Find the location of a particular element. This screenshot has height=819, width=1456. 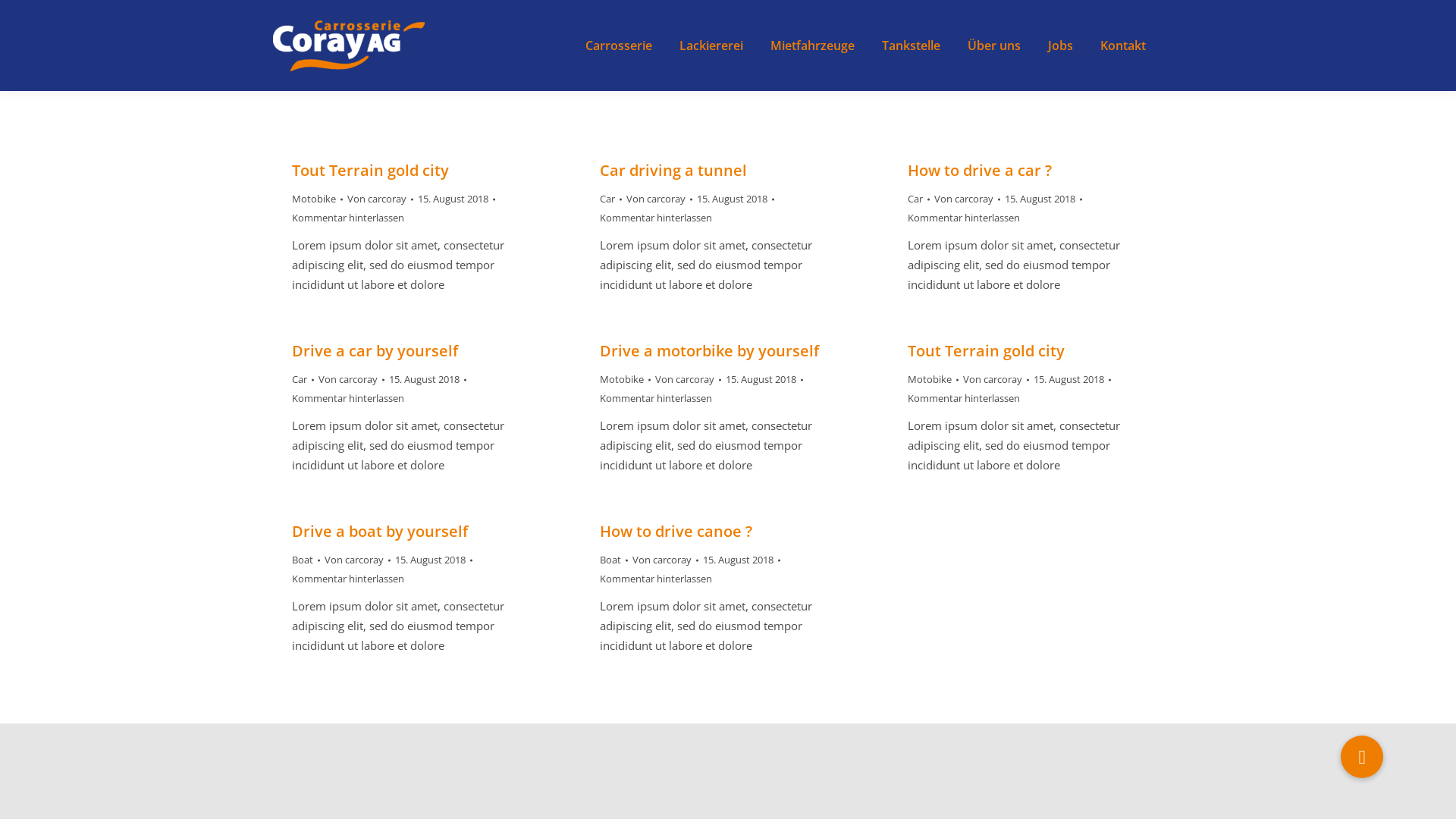

'Car driving a tunnel' is located at coordinates (673, 170).